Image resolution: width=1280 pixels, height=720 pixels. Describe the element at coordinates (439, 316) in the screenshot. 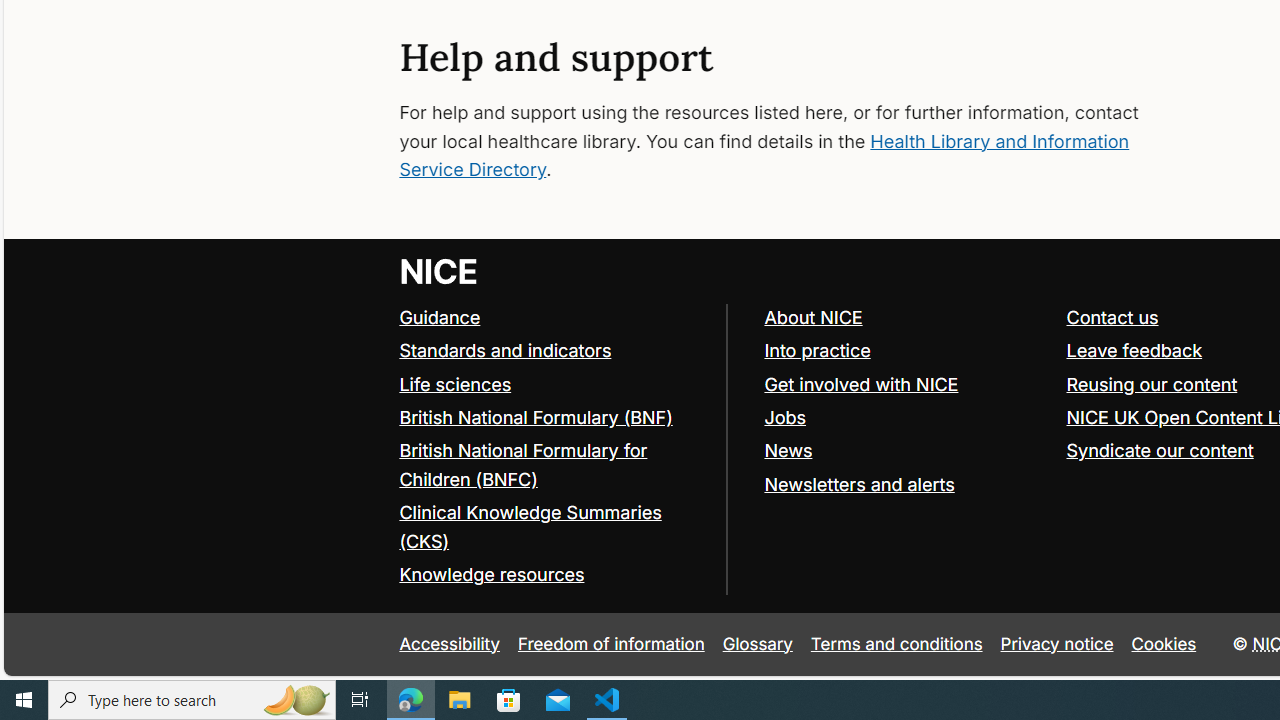

I see `'Guidance'` at that location.